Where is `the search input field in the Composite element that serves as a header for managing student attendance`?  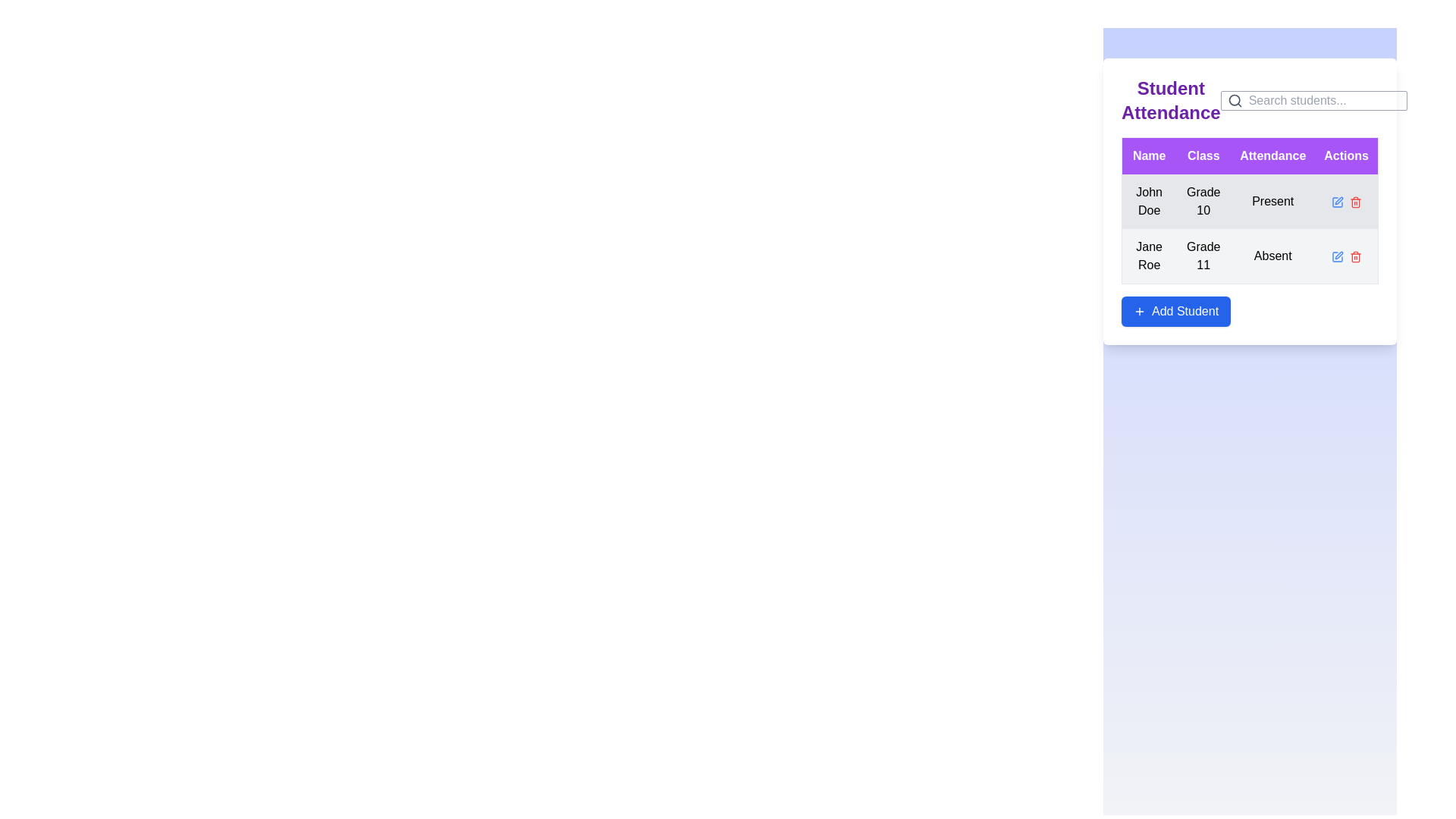 the search input field in the Composite element that serves as a header for managing student attendance is located at coordinates (1250, 106).